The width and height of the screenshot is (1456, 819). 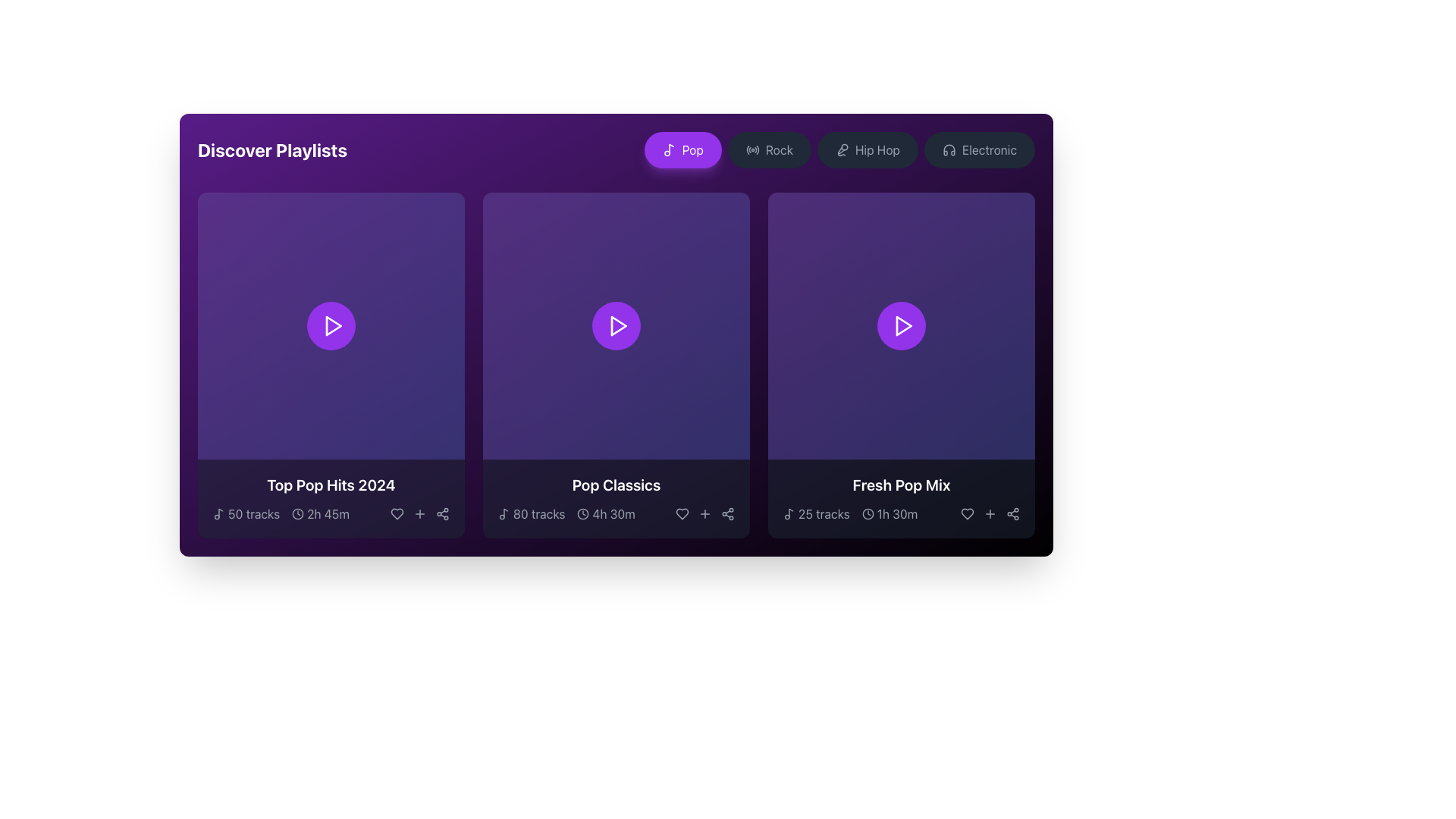 I want to click on the clock icon with the text '1h 30m' in the duration information section of the 'Fresh Pop Mix' playlist, which is located in the third panel of the playlist cards, so click(x=890, y=513).